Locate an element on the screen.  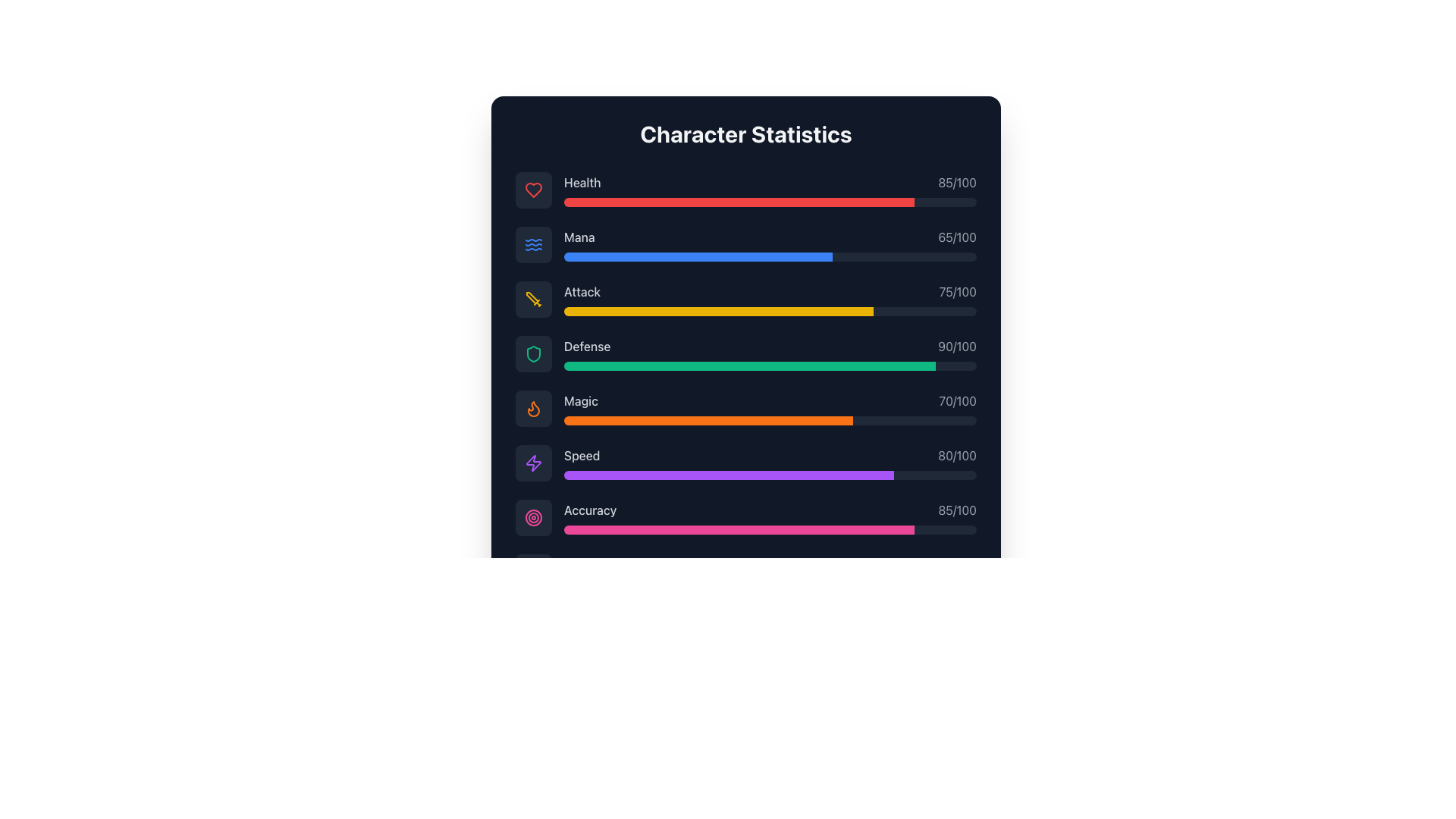
the visual representation of the filled area of the progress bar located next to the 'Accuracy' label in the 'Character Statistics' section is located at coordinates (739, 529).